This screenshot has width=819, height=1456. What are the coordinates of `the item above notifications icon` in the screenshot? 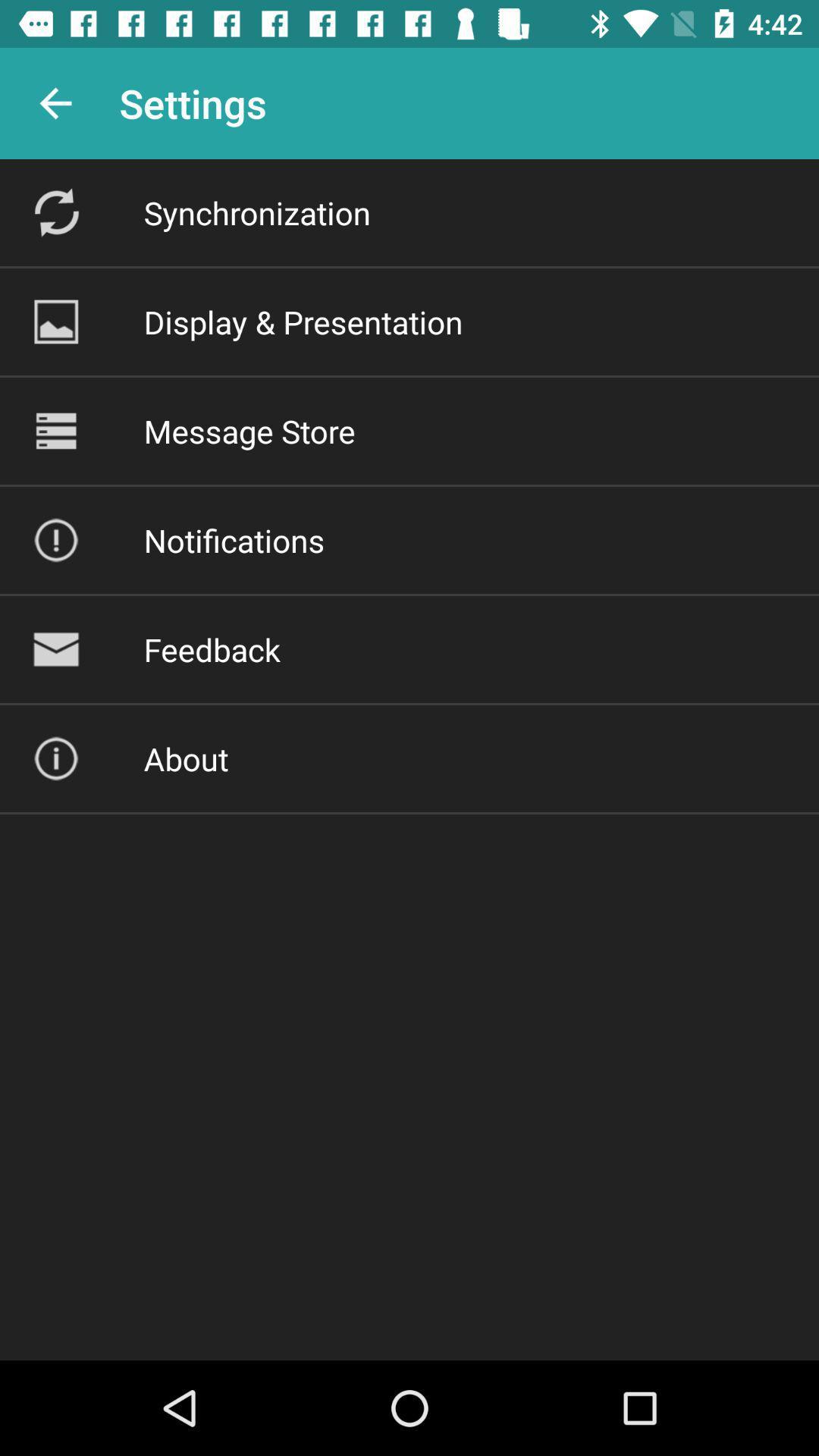 It's located at (249, 430).